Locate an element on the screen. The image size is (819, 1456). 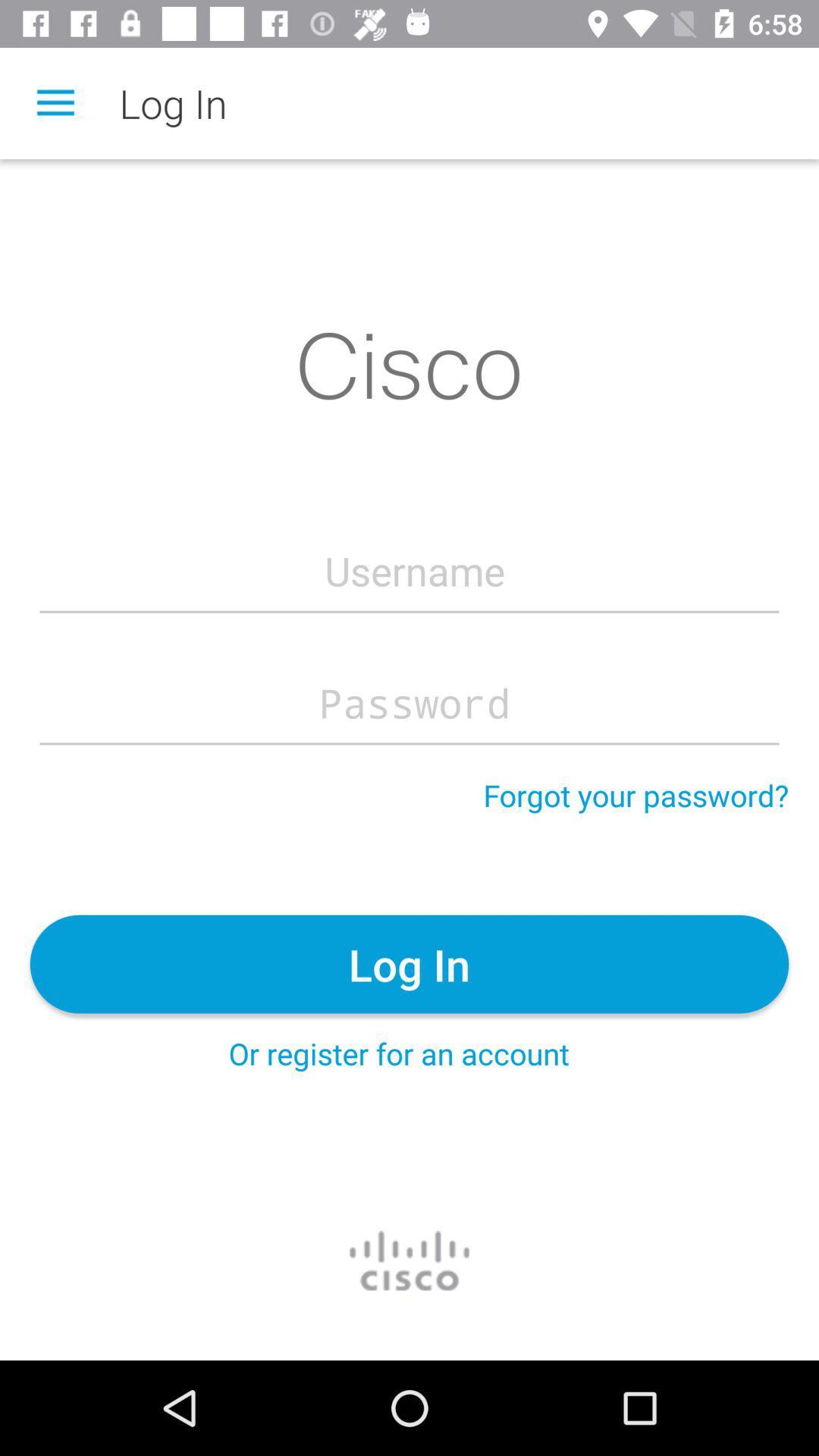
the item below the  cisco  item is located at coordinates (414, 570).